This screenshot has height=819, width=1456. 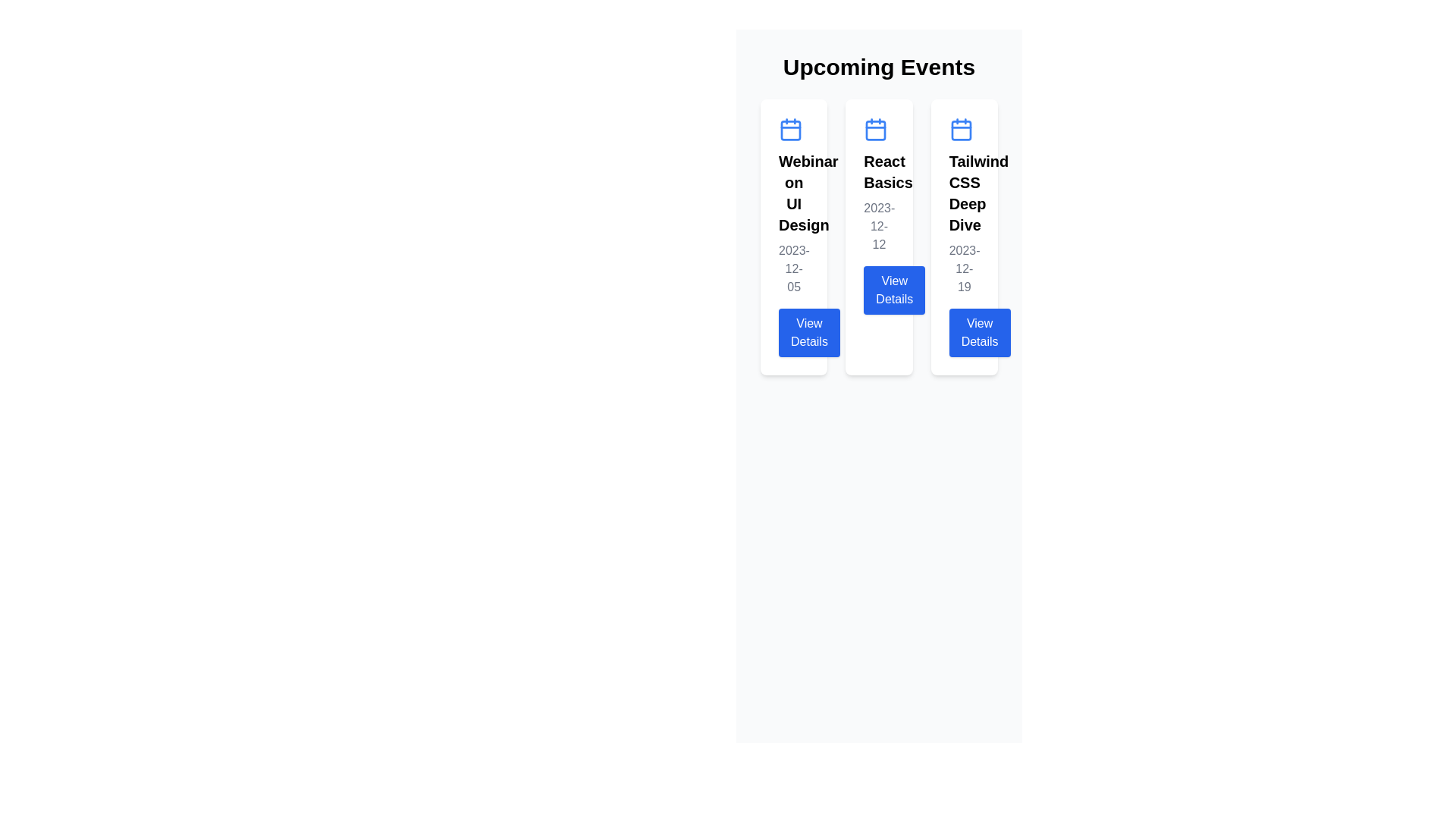 What do you see at coordinates (879, 171) in the screenshot?
I see `the text label that serves as the title for the event card, positioned below the calendar icon in the second card of a horizontally-aligned list` at bounding box center [879, 171].